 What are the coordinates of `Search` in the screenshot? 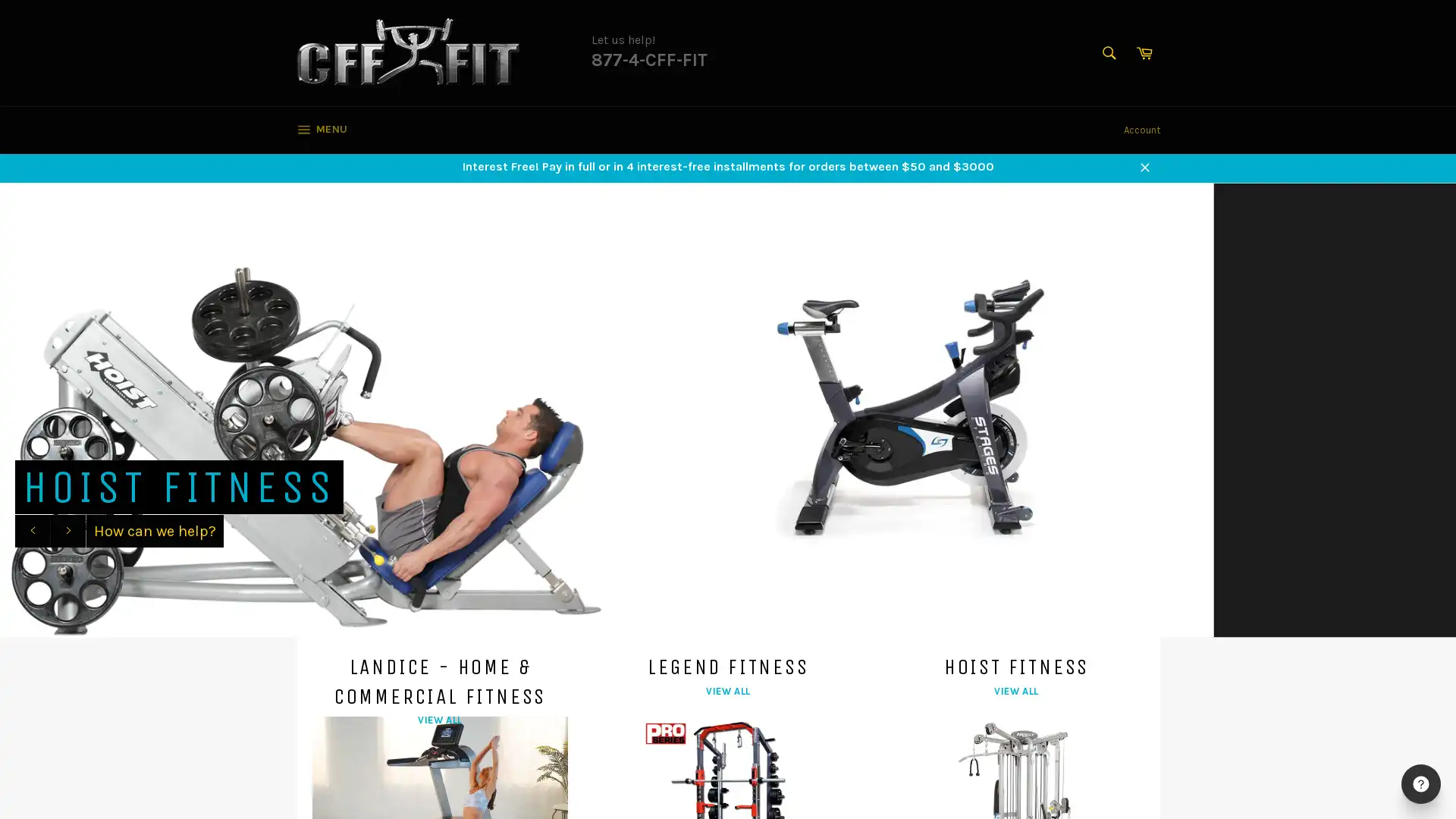 It's located at (1109, 52).